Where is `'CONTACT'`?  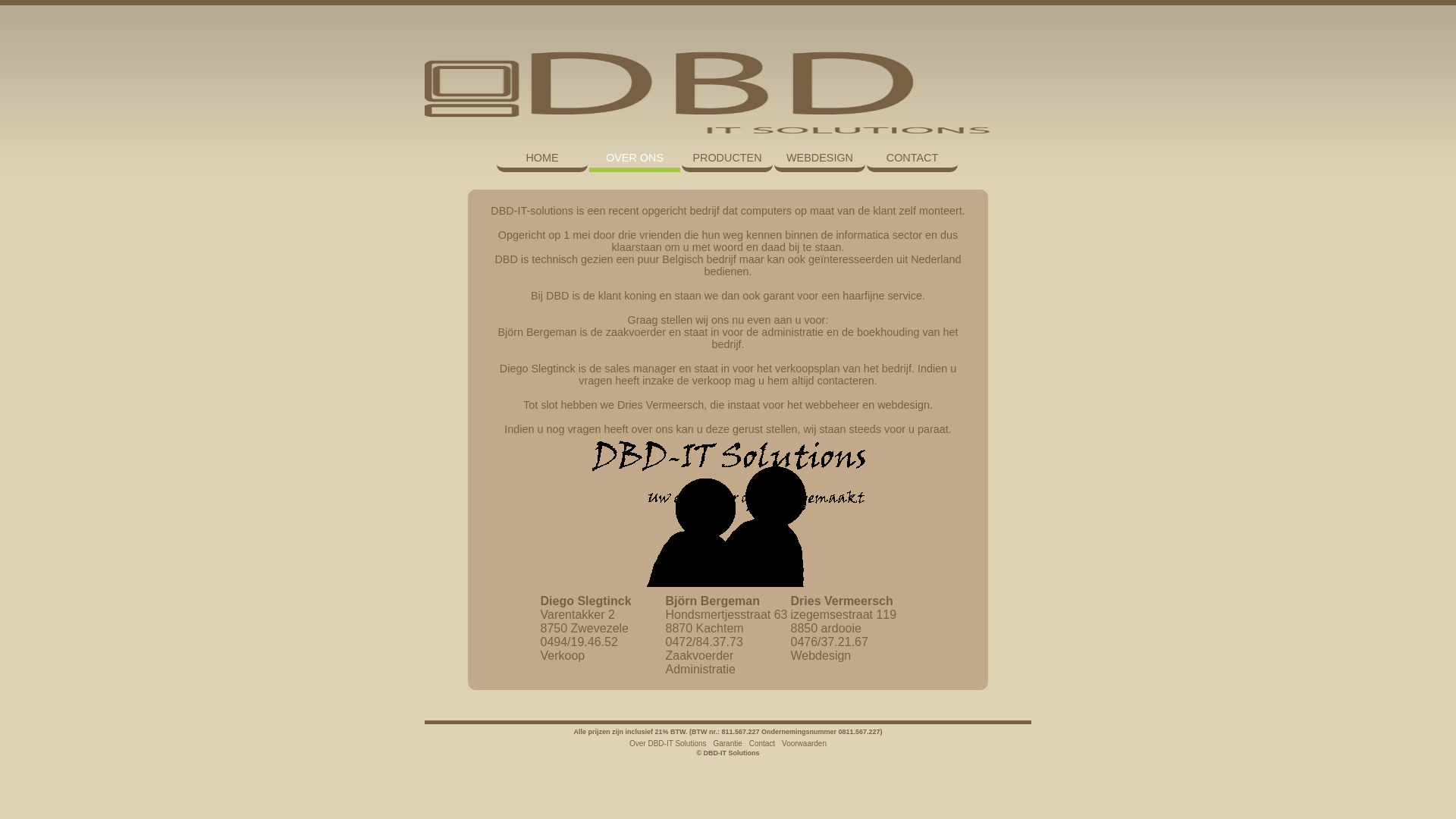
'CONTACT' is located at coordinates (912, 158).